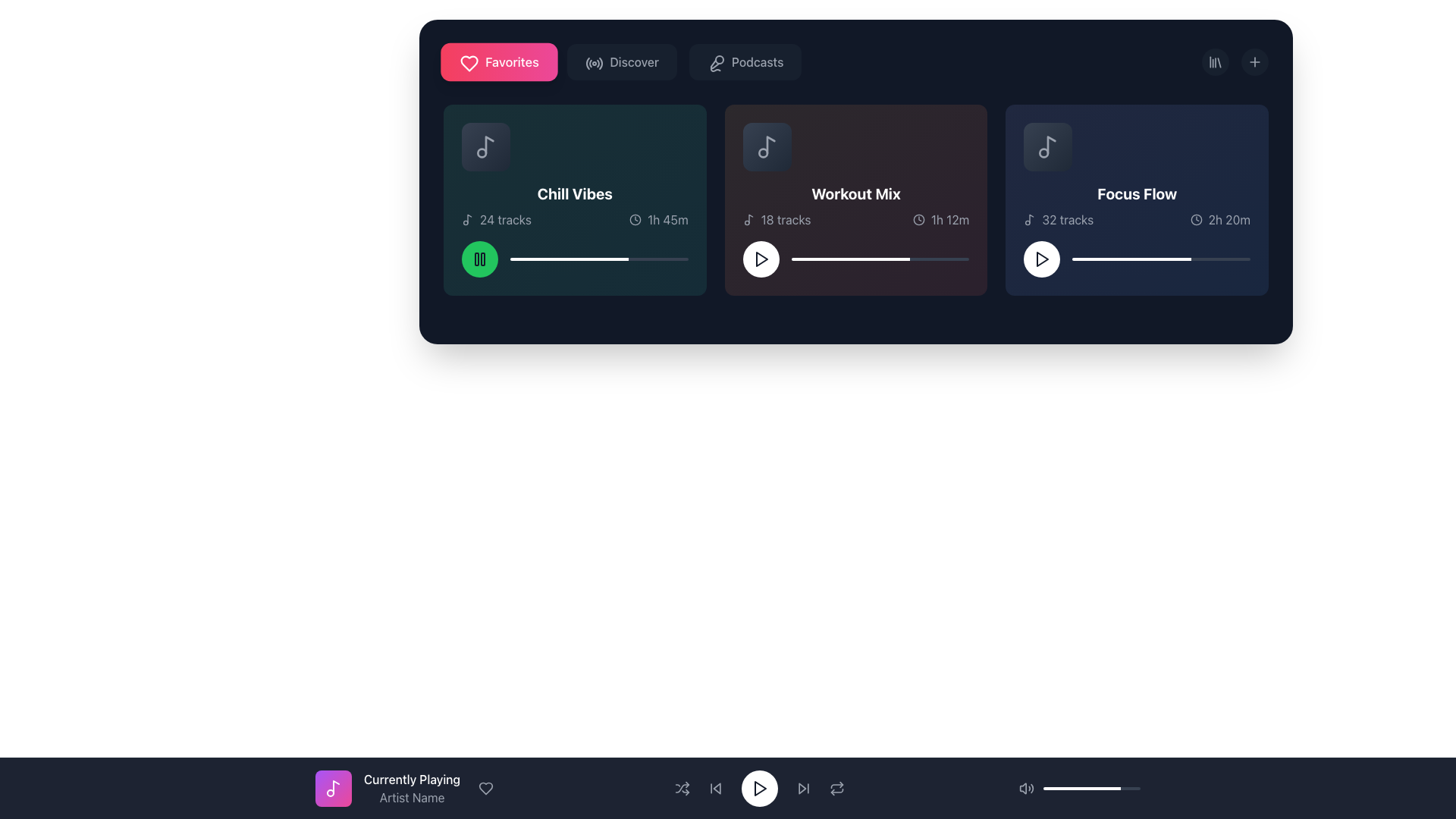  I want to click on the triangular-shaped play icon styled with a border, located within the circular background in the 'Focus Flow' card section, so click(1042, 259).